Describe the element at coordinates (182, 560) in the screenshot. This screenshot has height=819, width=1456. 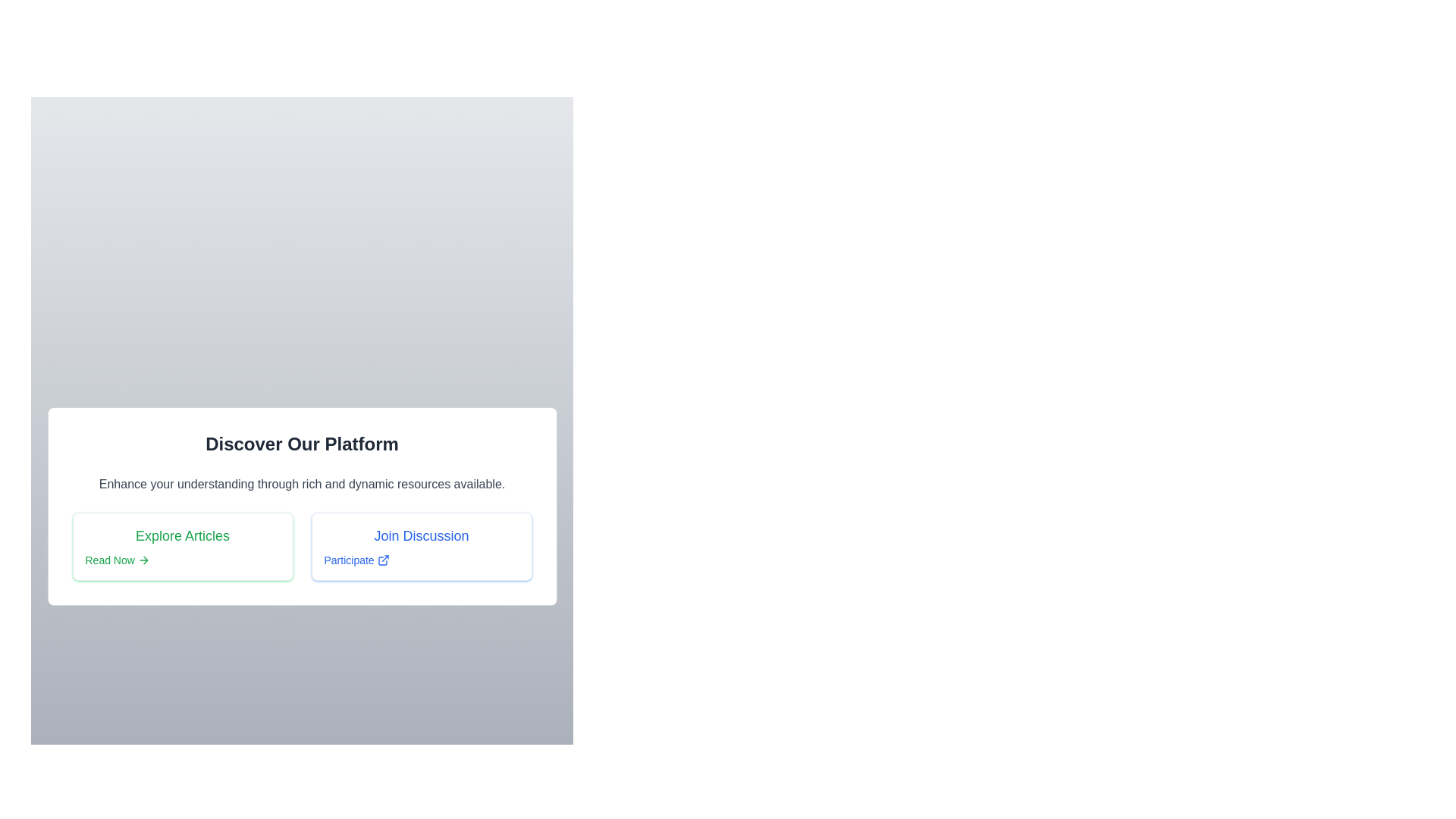
I see `the green 'Read Now' link located under the 'Explore Articles' headline` at that location.